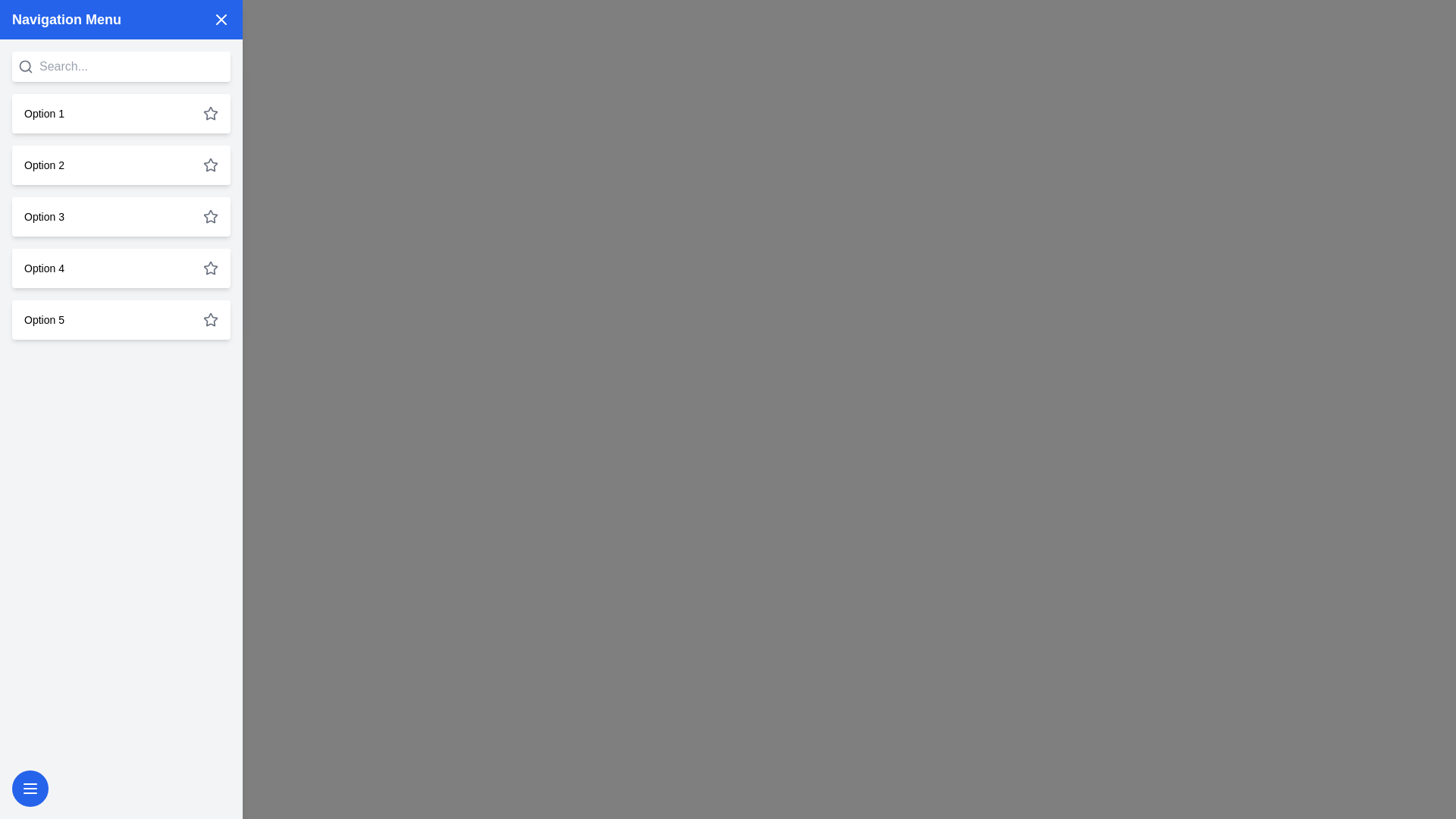 The width and height of the screenshot is (1456, 819). What do you see at coordinates (221, 20) in the screenshot?
I see `the 'X' shaped close button icon located at the top-right corner of the navigation header bar` at bounding box center [221, 20].